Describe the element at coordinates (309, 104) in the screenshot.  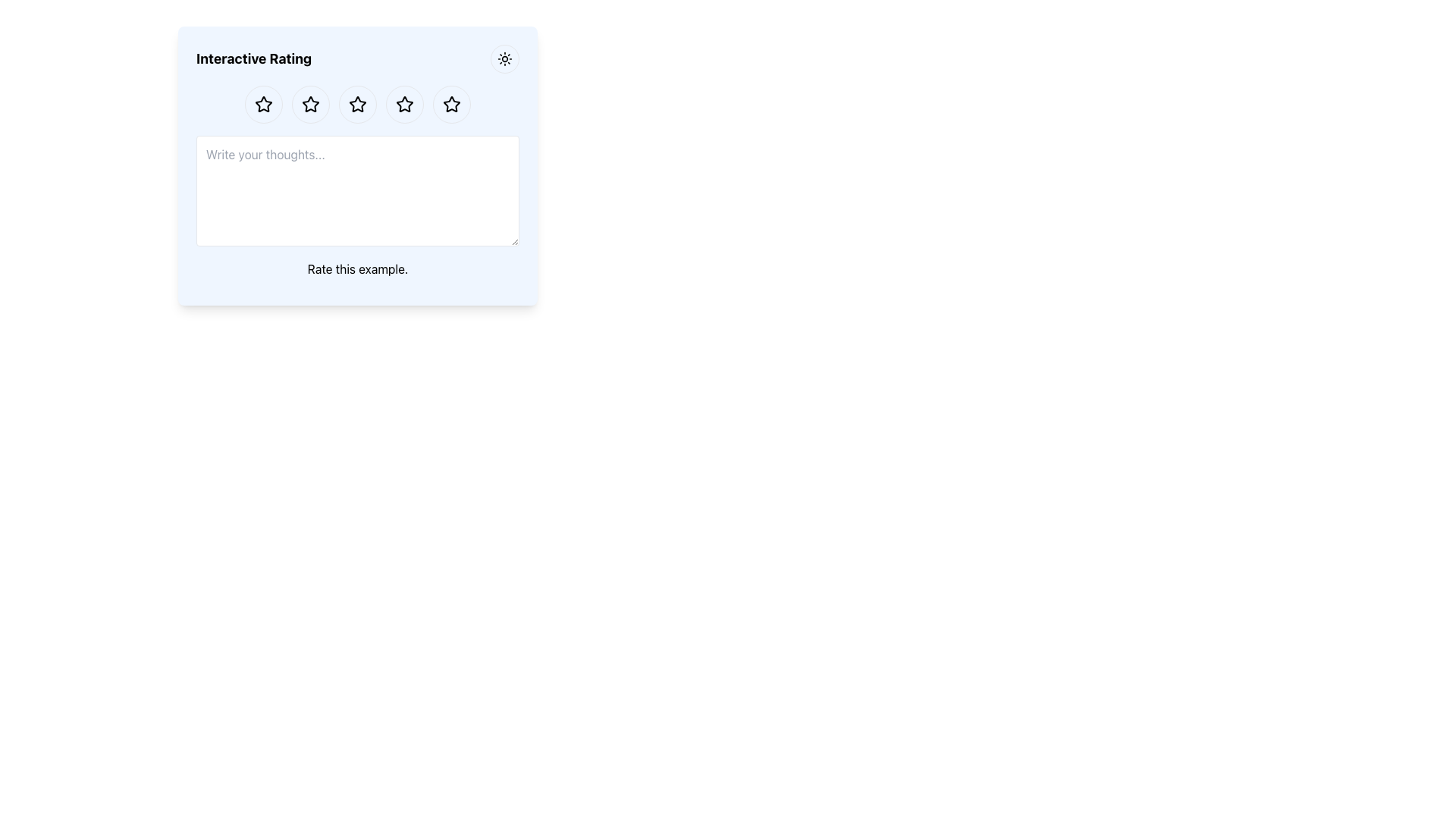
I see `the second star in the horizontal row of five stars, which is part of the rating system` at that location.